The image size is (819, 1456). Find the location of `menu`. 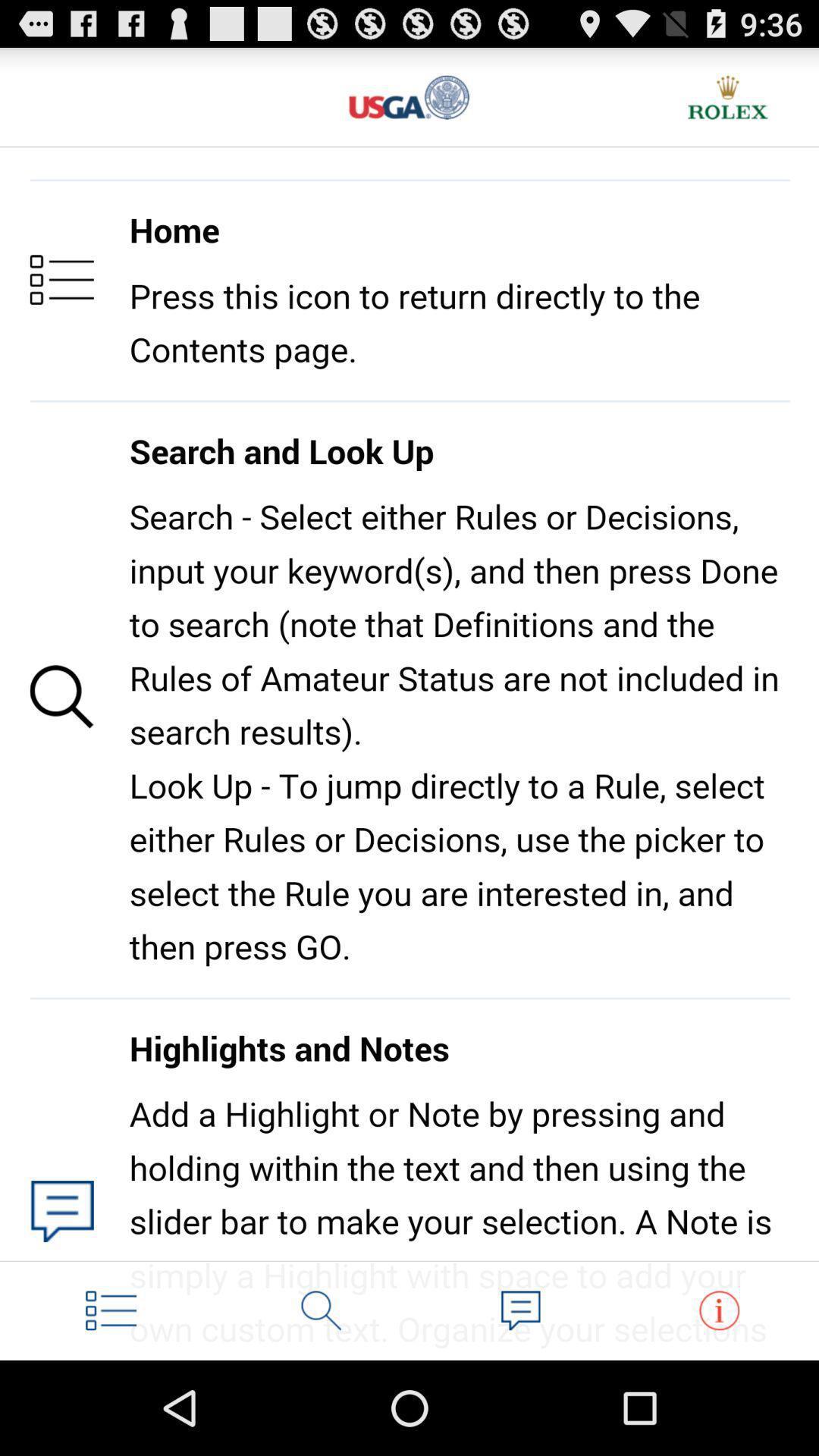

menu is located at coordinates (110, 1310).